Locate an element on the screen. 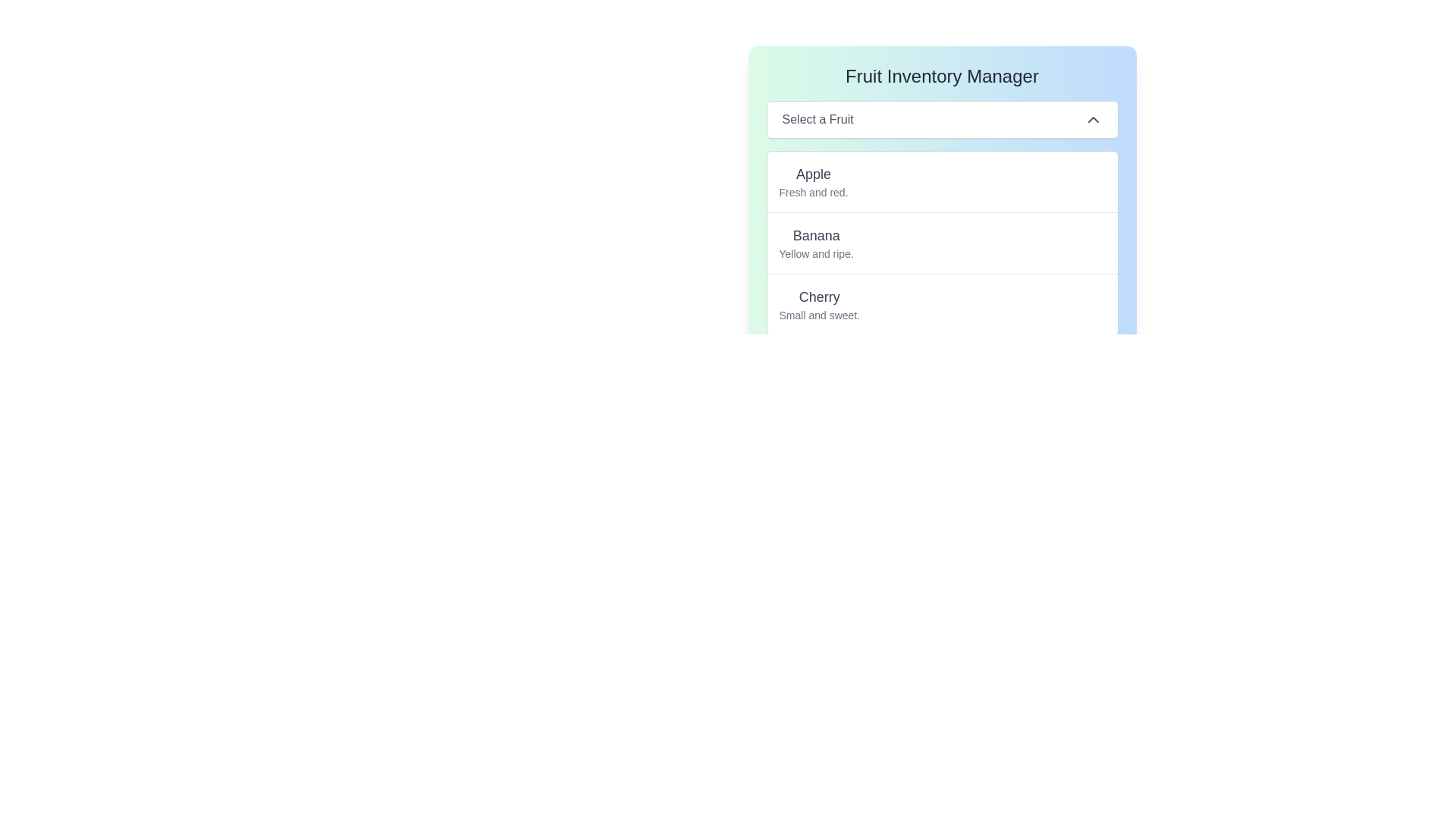 The width and height of the screenshot is (1456, 819). the text-based UI element containing 'Apple' in bold above 'Fresh and red.' This element is the first item in the list of fruit descriptions, located below the heading 'Select a Fruit.' is located at coordinates (941, 180).